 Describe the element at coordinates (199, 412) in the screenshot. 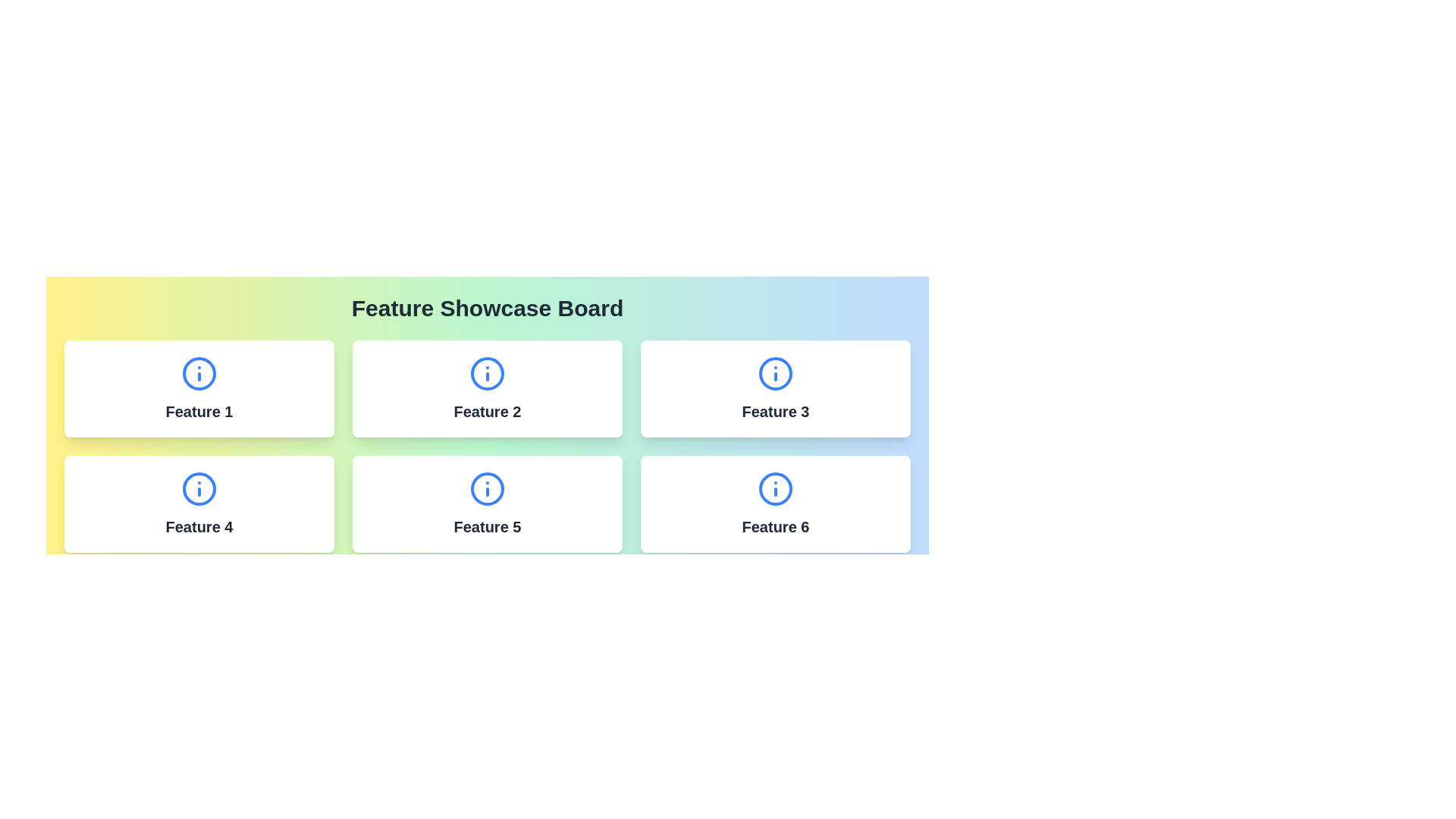

I see `the 'Feature 1' text label, which is displayed in a large, bold font in dark gray color, located in the top-left card of the 'Feature Showcase Board' interface` at that location.